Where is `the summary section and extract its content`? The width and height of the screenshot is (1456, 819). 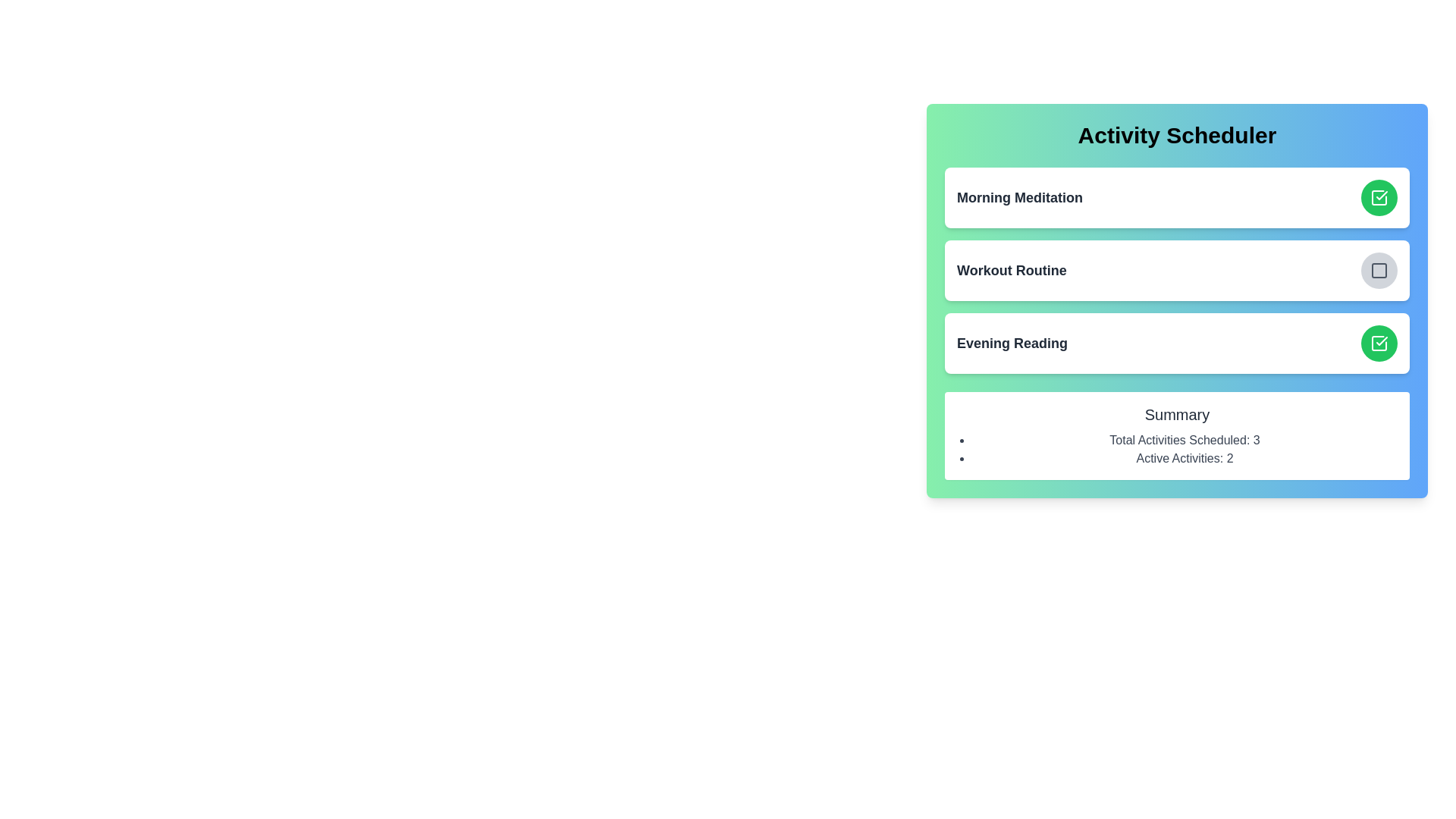 the summary section and extract its content is located at coordinates (1176, 435).